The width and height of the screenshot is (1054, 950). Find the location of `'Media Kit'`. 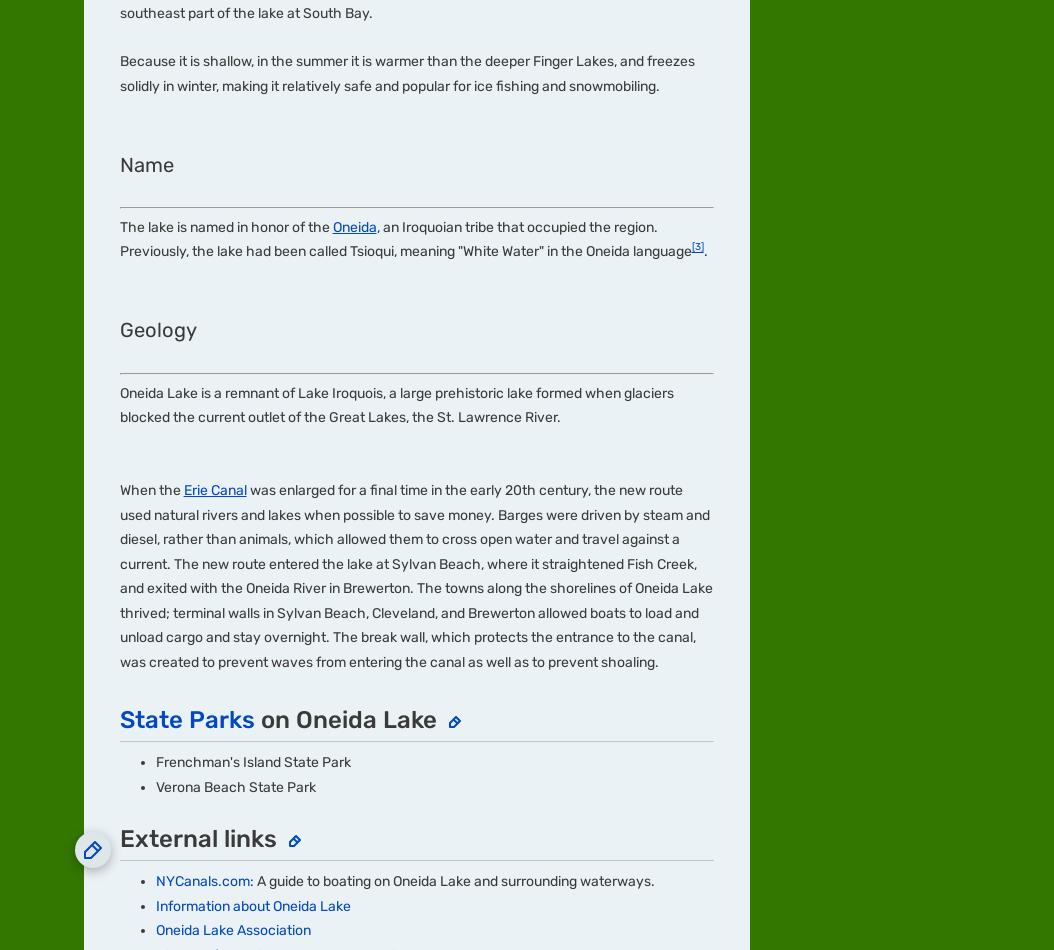

'Media Kit' is located at coordinates (112, 655).